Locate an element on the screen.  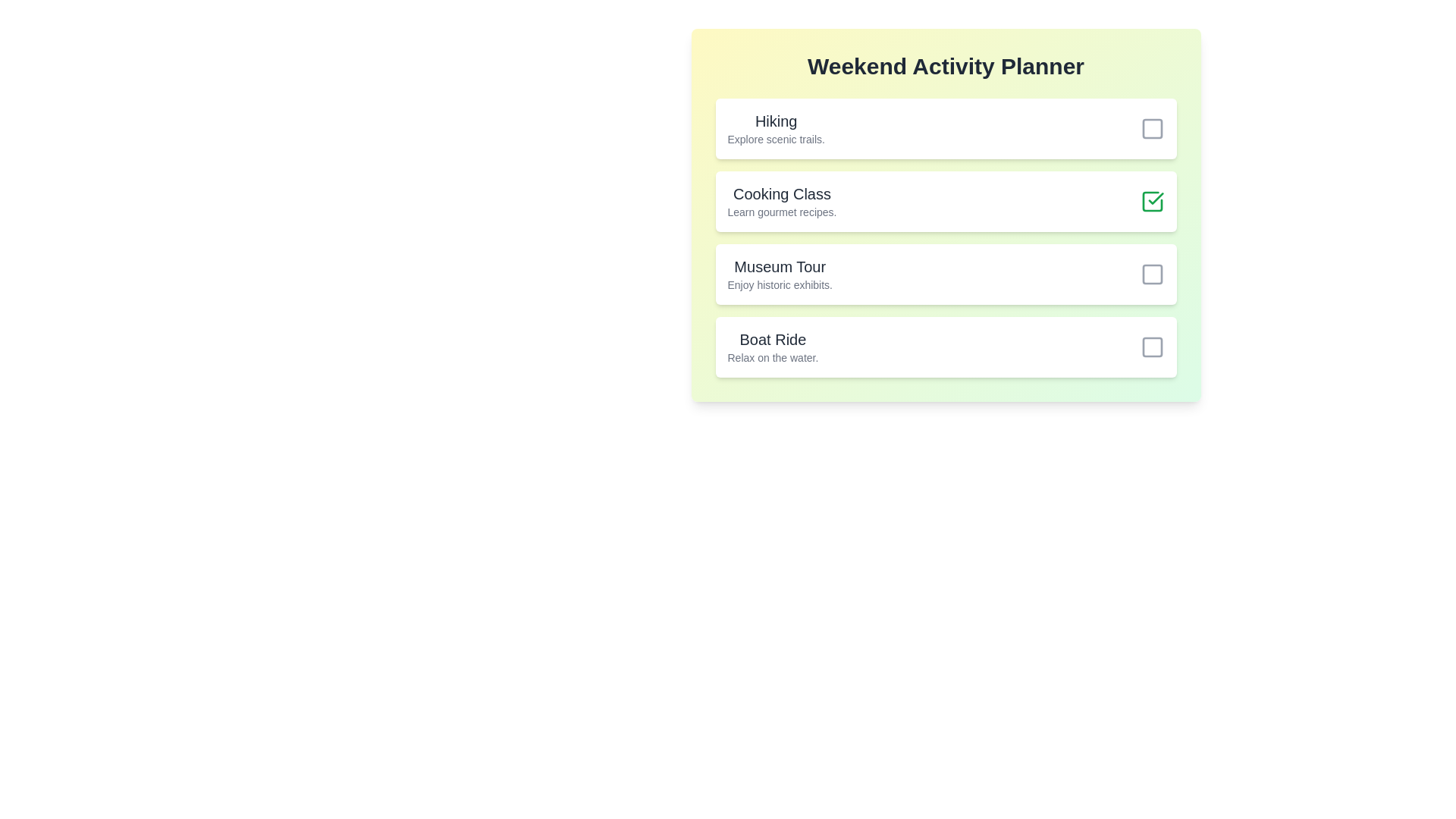
the activity 'Museum Tour' is located at coordinates (1152, 275).